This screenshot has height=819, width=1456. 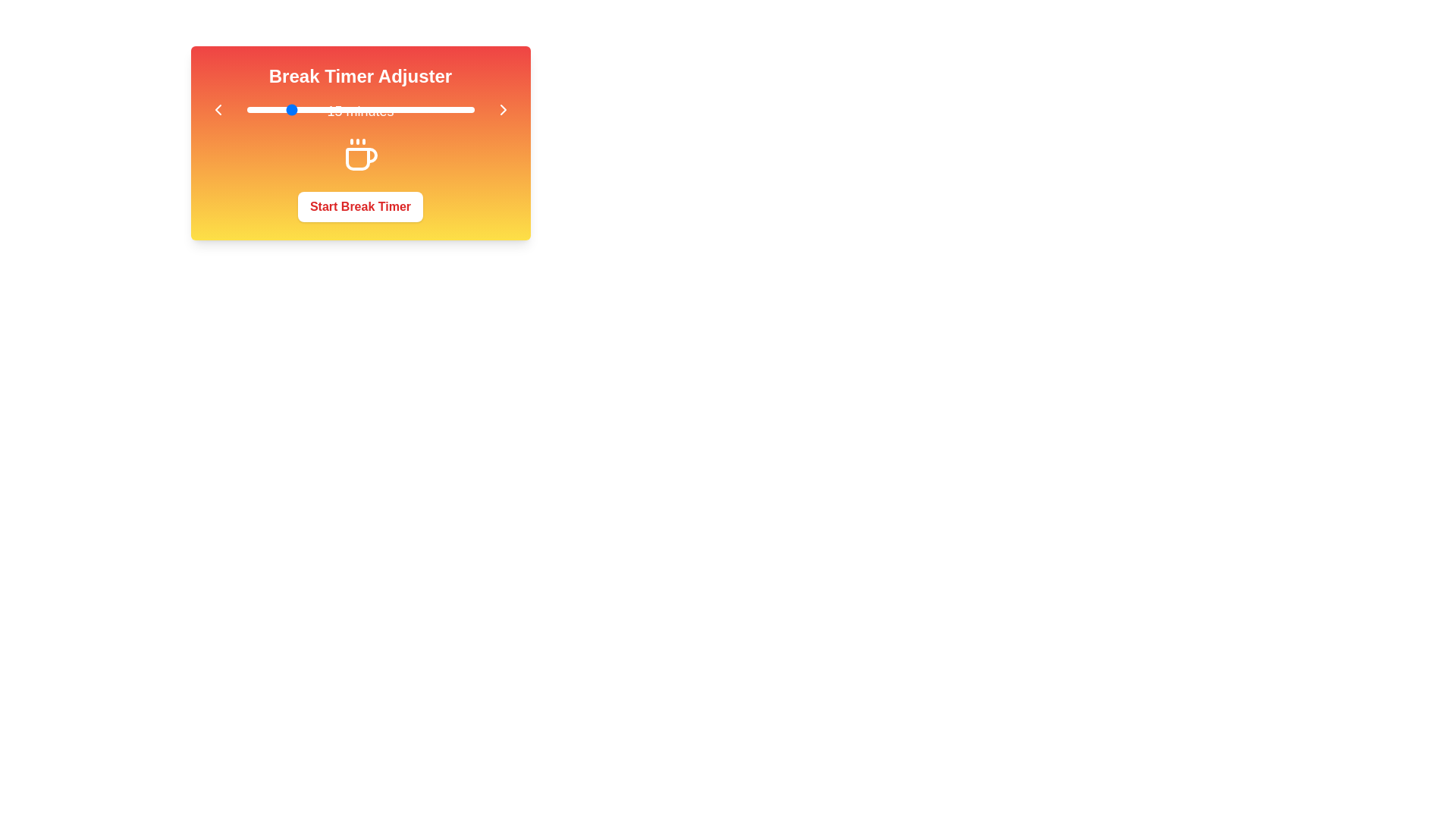 What do you see at coordinates (457, 109) in the screenshot?
I see `the slider to set the break duration to 56 minutes` at bounding box center [457, 109].